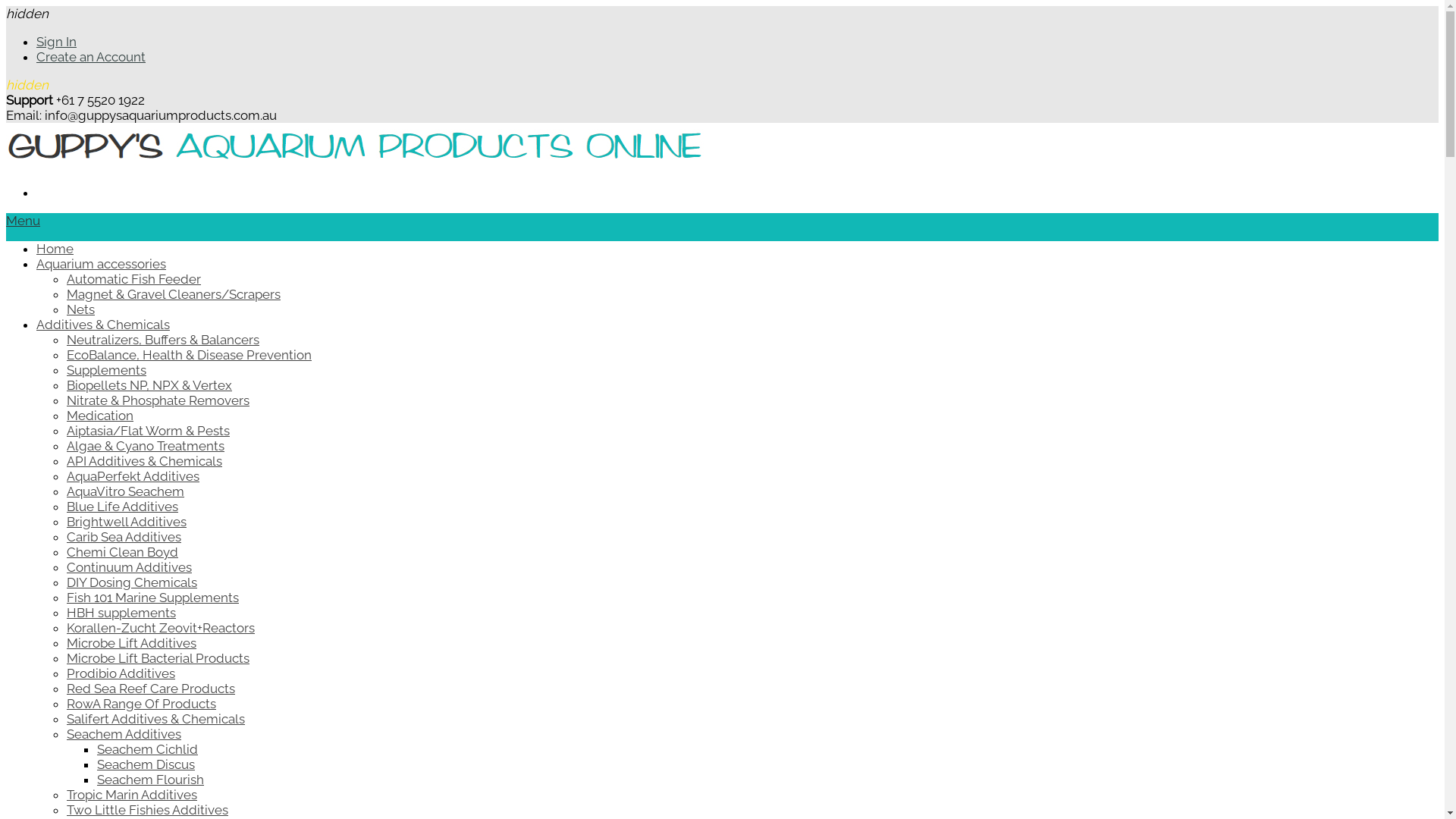 The image size is (1456, 819). I want to click on 'Salifert Additives & Chemicals', so click(155, 718).